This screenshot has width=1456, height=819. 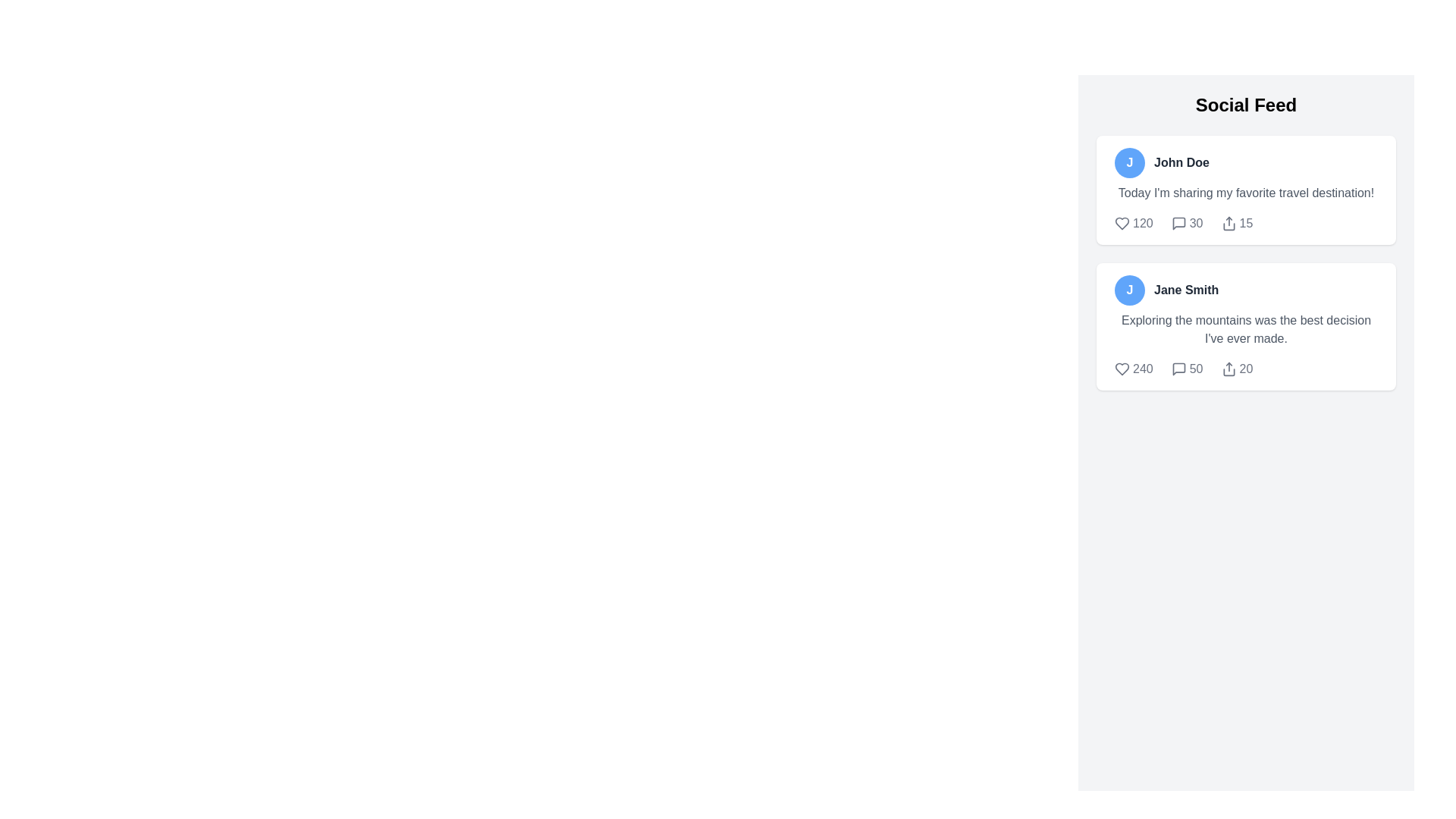 I want to click on the 'like' button located in the first post block of the 'Social Feed' section, so click(x=1122, y=223).